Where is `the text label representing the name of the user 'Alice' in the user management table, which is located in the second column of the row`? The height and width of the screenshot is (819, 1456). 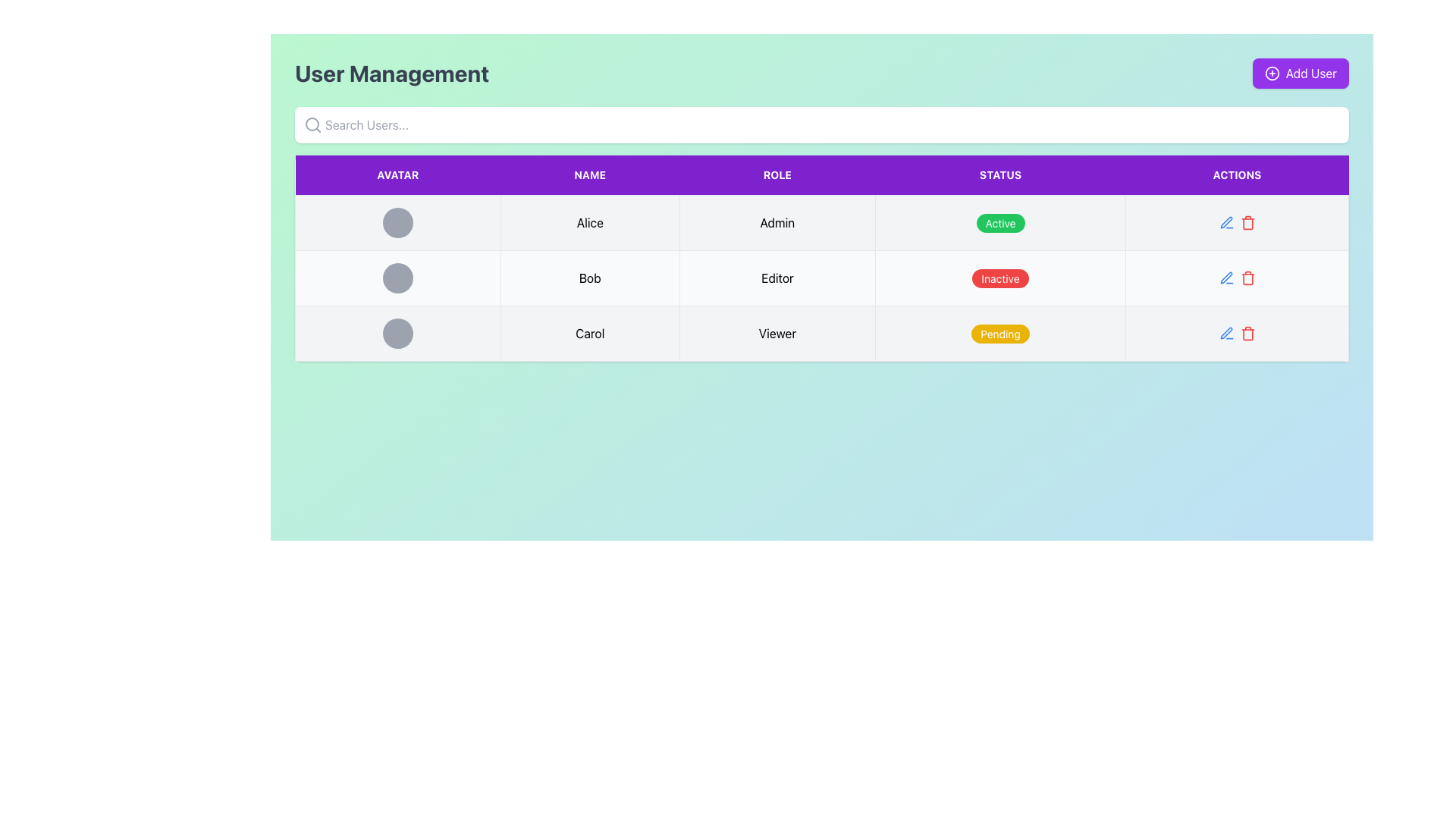
the text label representing the name of the user 'Alice' in the user management table, which is located in the second column of the row is located at coordinates (589, 222).